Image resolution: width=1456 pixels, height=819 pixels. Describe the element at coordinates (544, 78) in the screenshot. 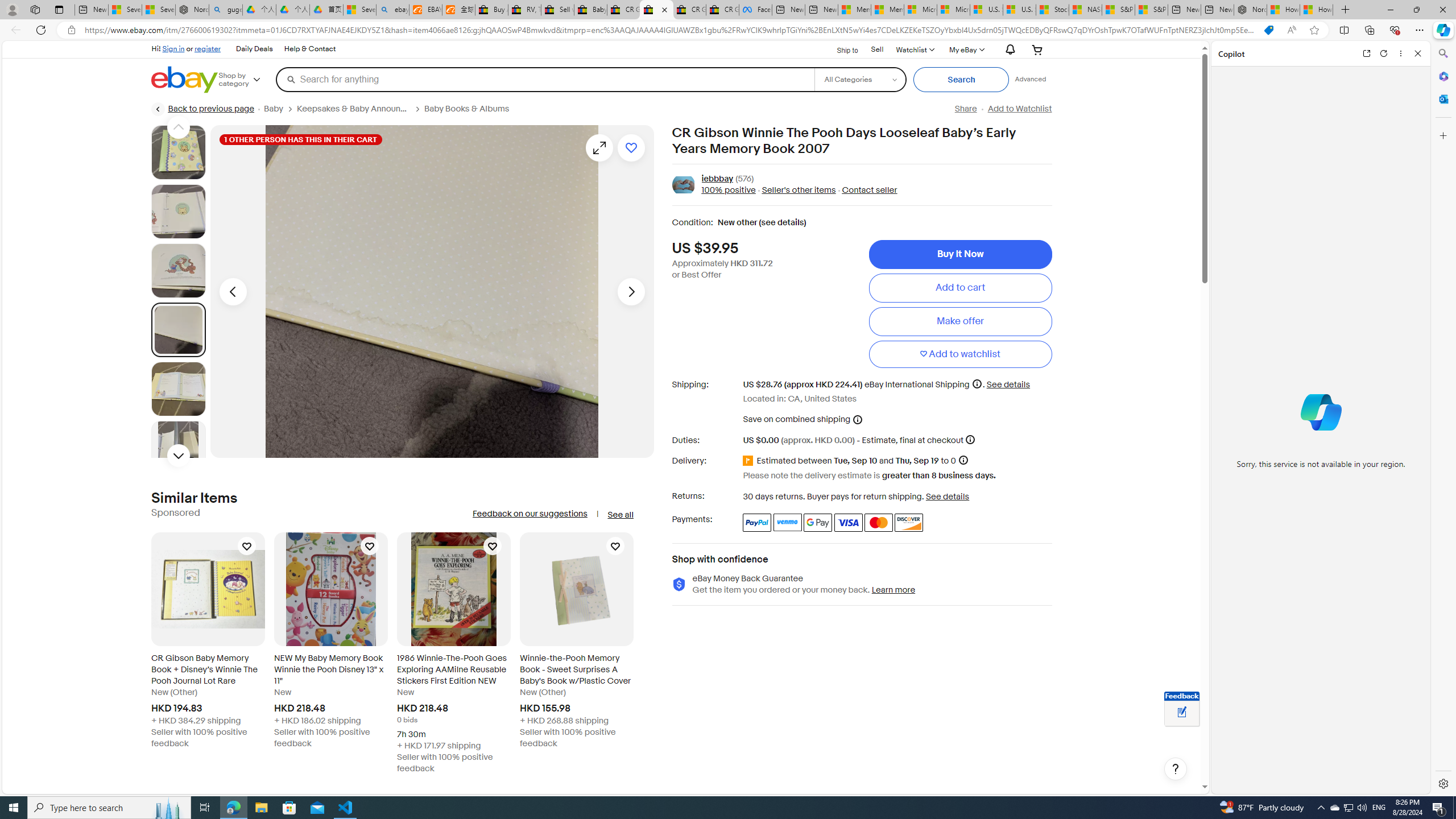

I see `'Search for anything'` at that location.